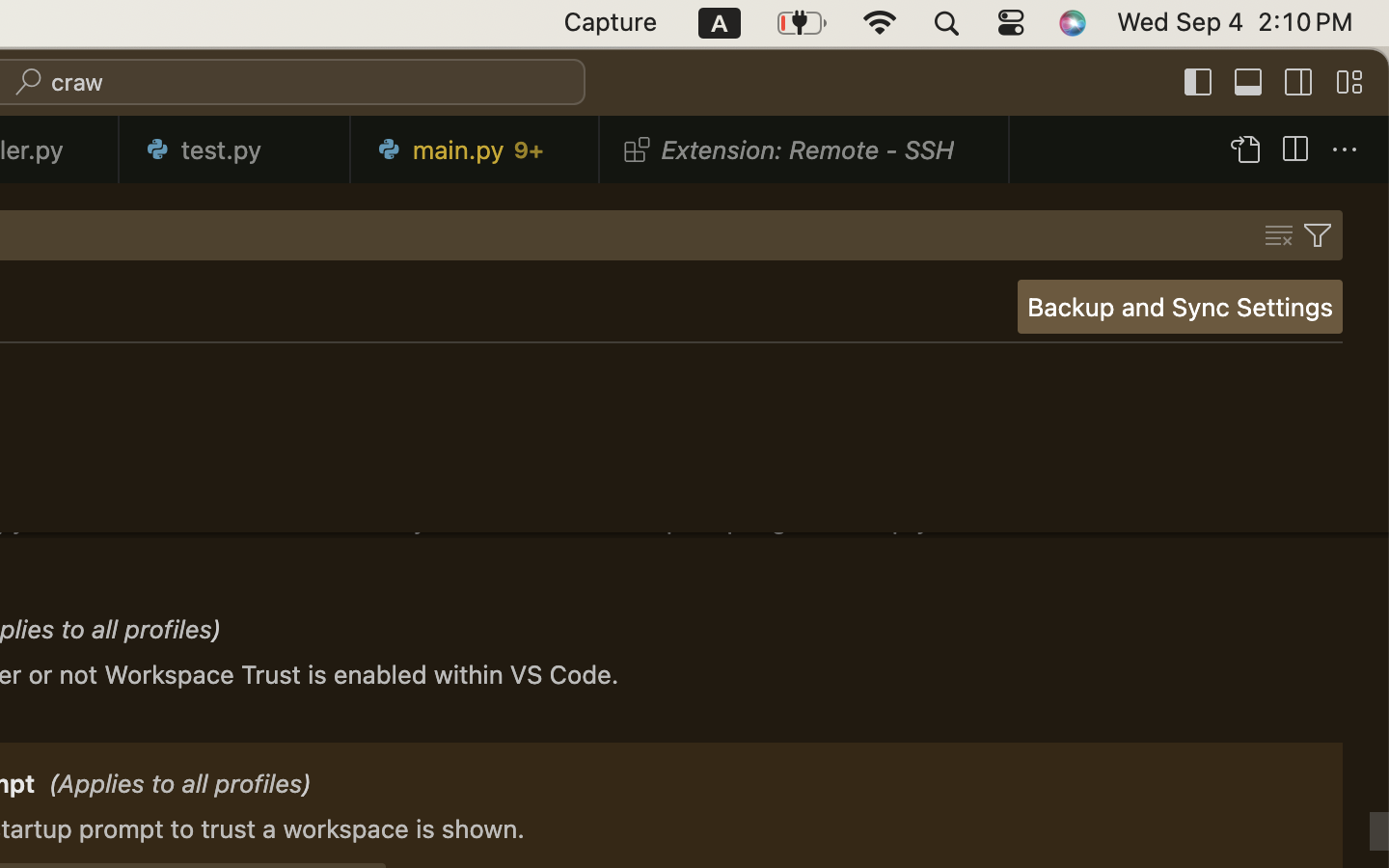 The image size is (1389, 868). I want to click on '', so click(1345, 149).